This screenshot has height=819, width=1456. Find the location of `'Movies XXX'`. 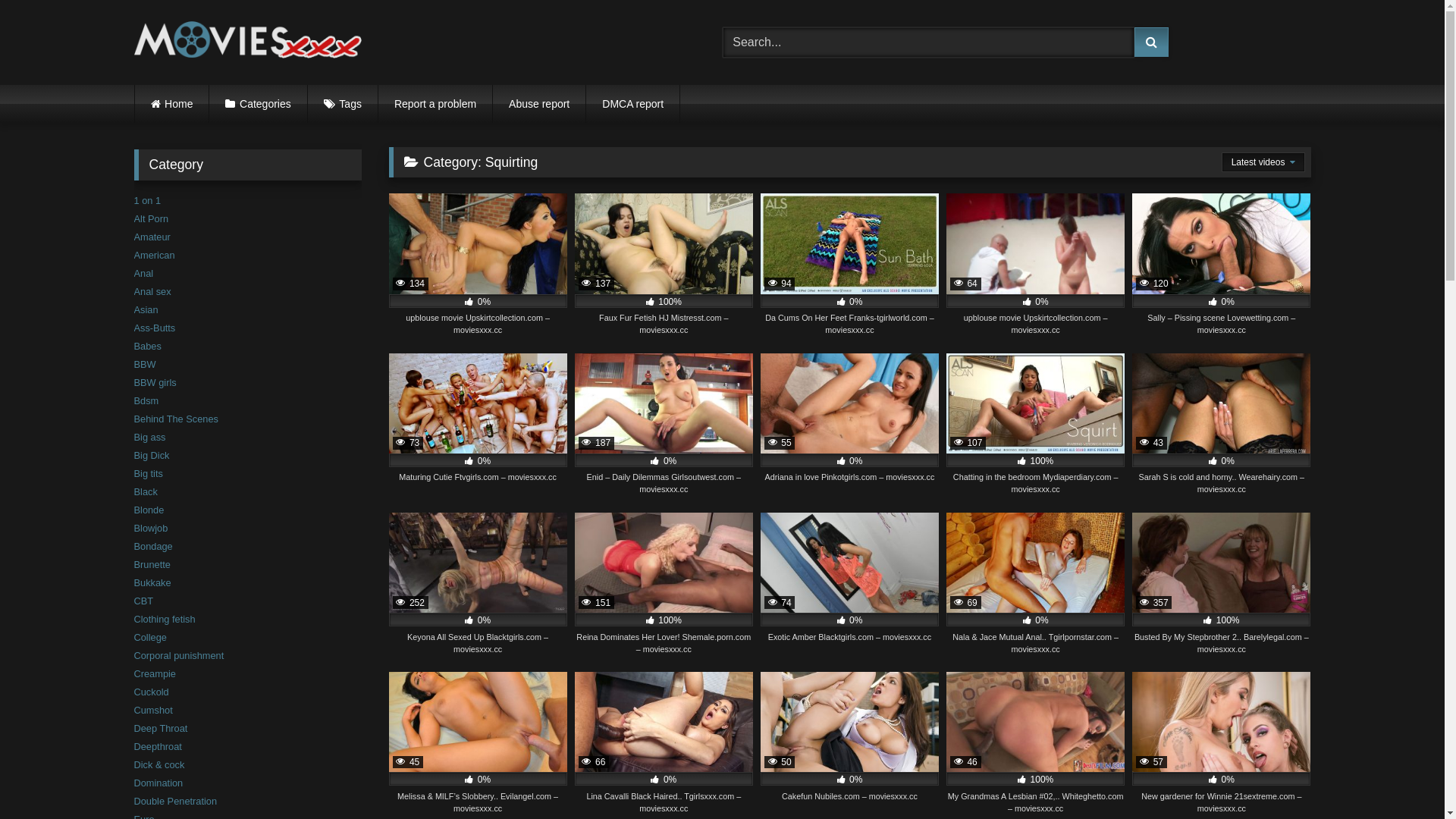

'Movies XXX' is located at coordinates (247, 42).